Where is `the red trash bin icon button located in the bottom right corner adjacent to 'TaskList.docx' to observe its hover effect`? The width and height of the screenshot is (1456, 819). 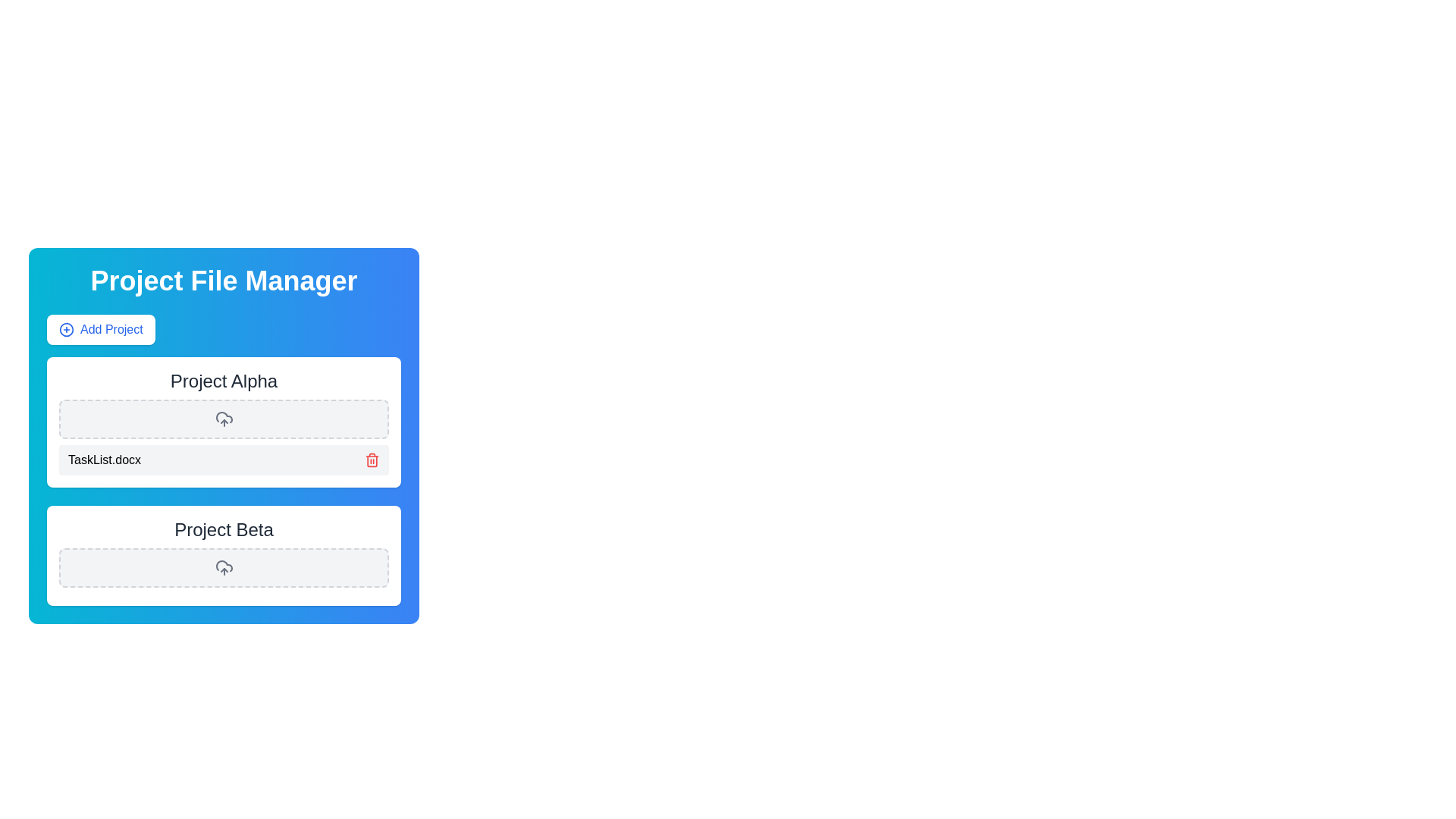 the red trash bin icon button located in the bottom right corner adjacent to 'TaskList.docx' to observe its hover effect is located at coordinates (372, 459).